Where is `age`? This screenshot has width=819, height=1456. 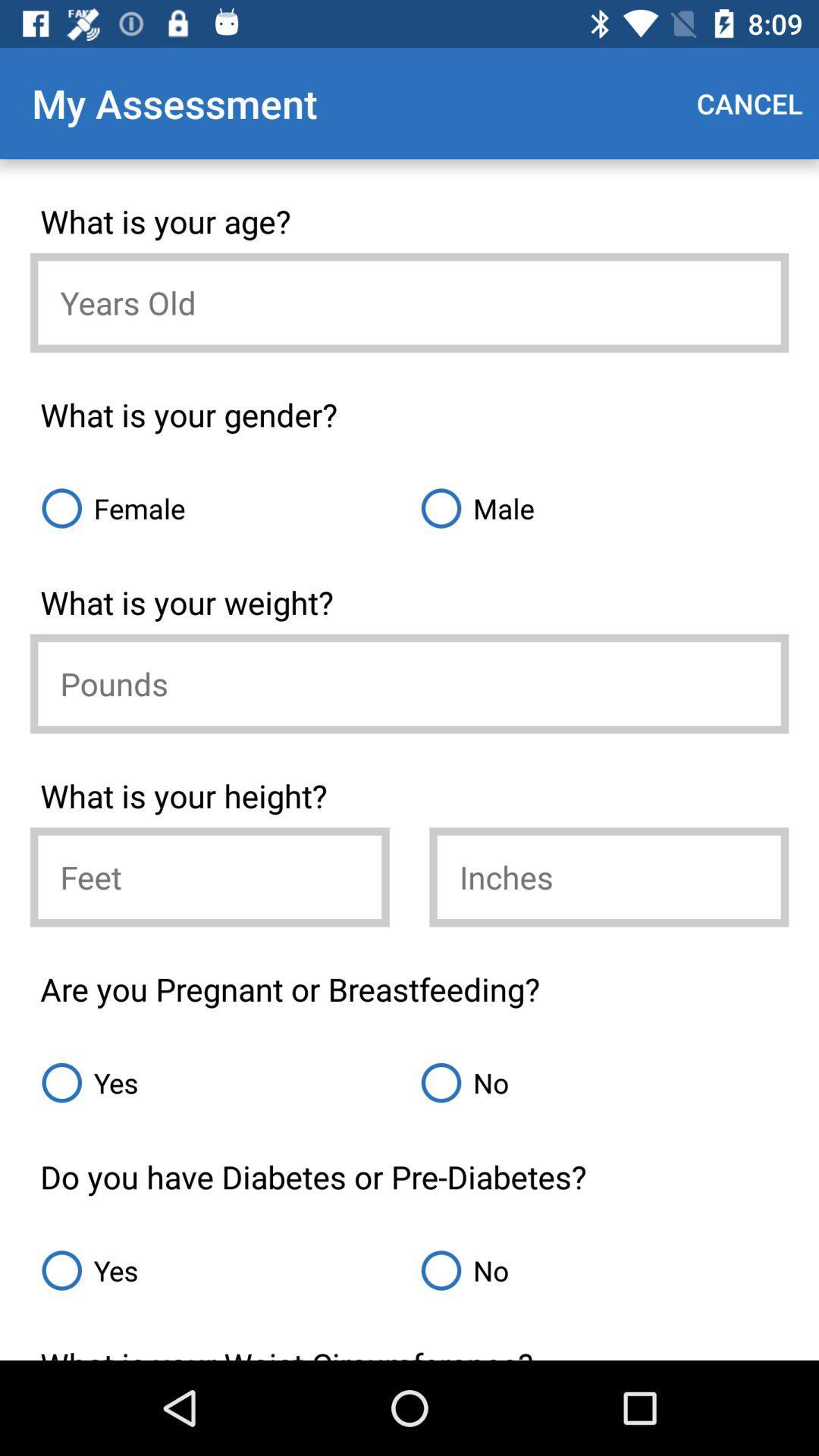 age is located at coordinates (409, 303).